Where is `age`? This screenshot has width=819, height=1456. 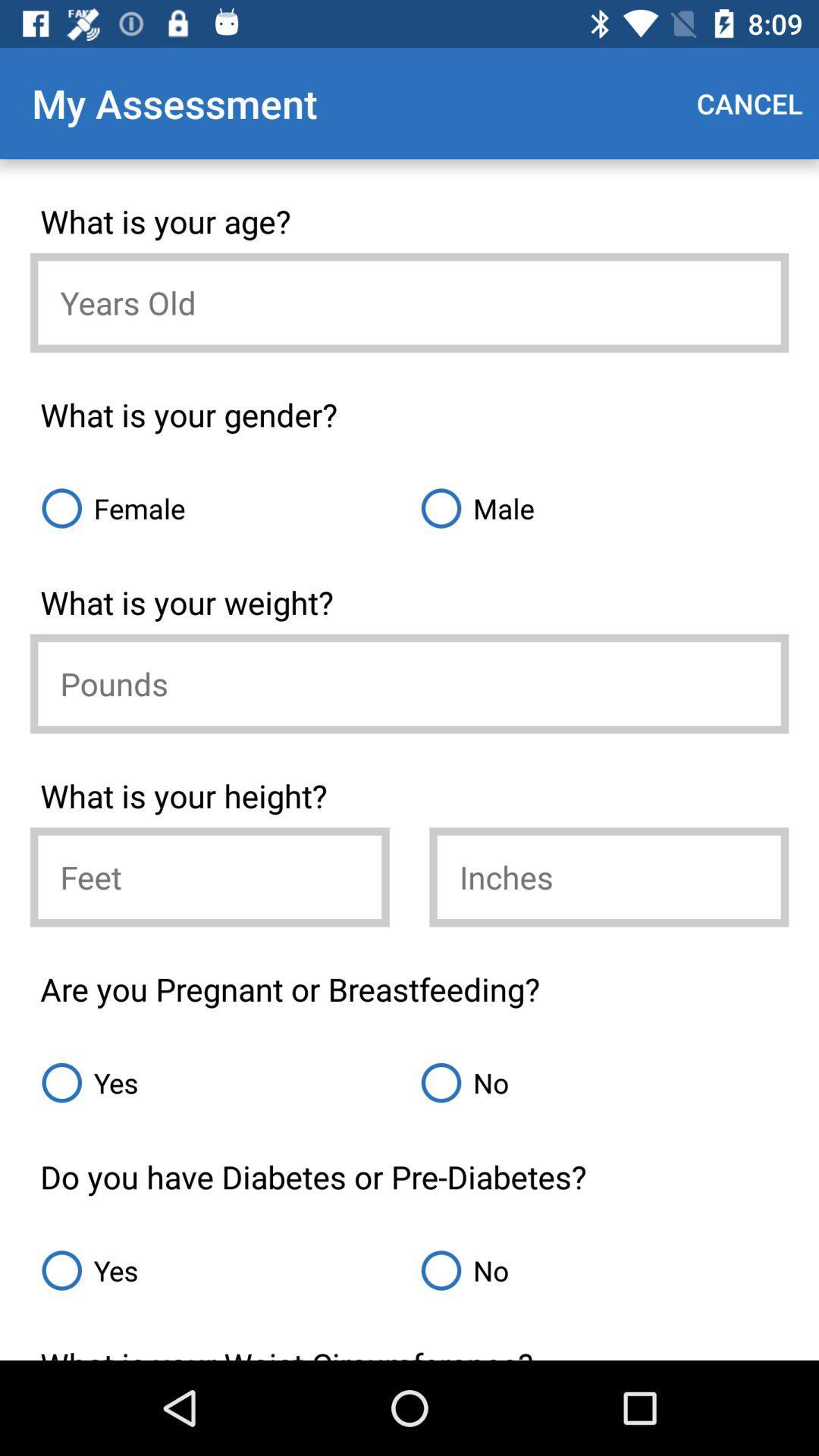 age is located at coordinates (409, 303).